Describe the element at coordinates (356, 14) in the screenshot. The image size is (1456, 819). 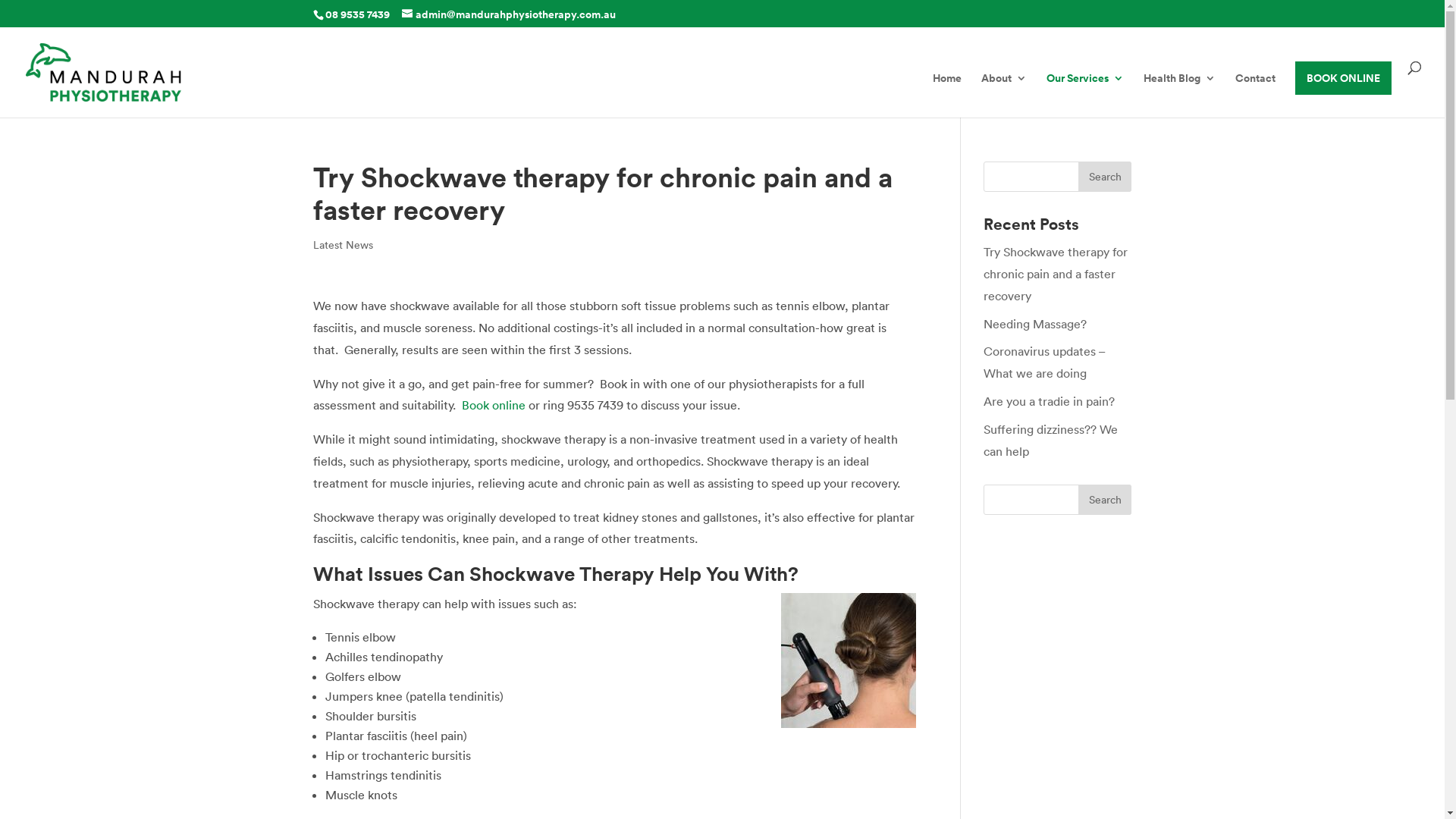
I see `'08 9535 7439'` at that location.